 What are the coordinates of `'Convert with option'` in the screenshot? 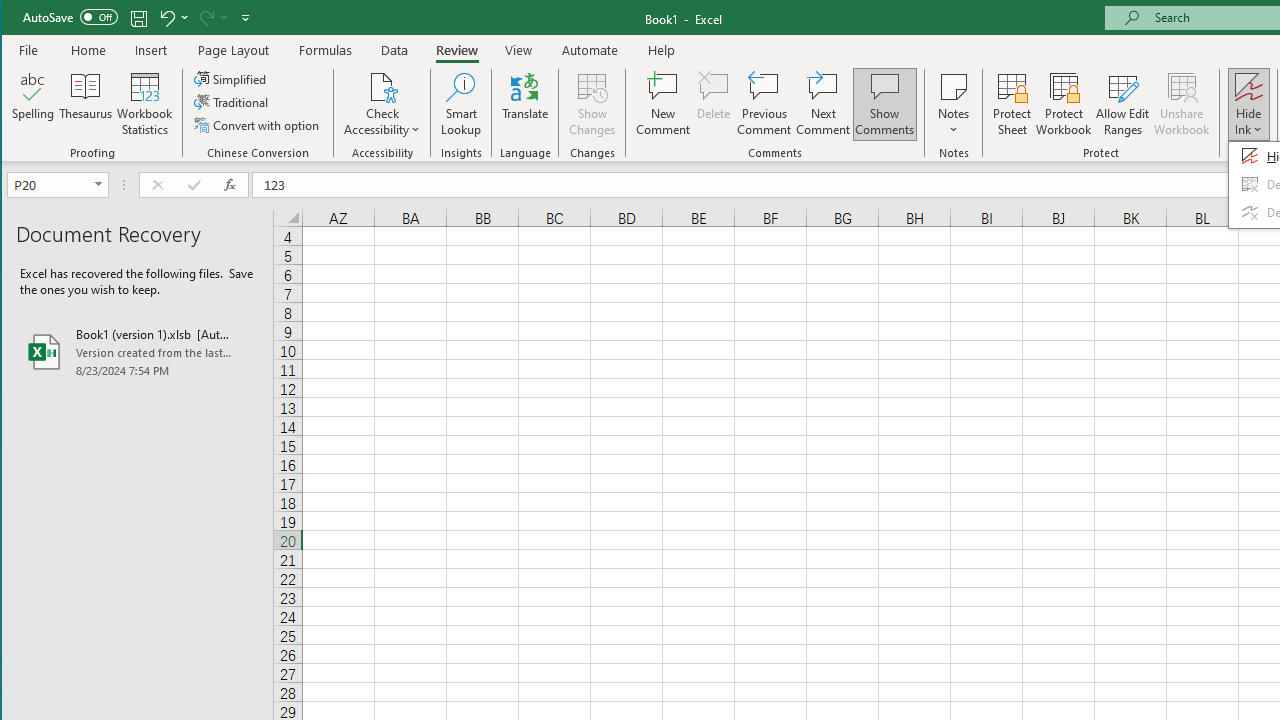 It's located at (257, 125).